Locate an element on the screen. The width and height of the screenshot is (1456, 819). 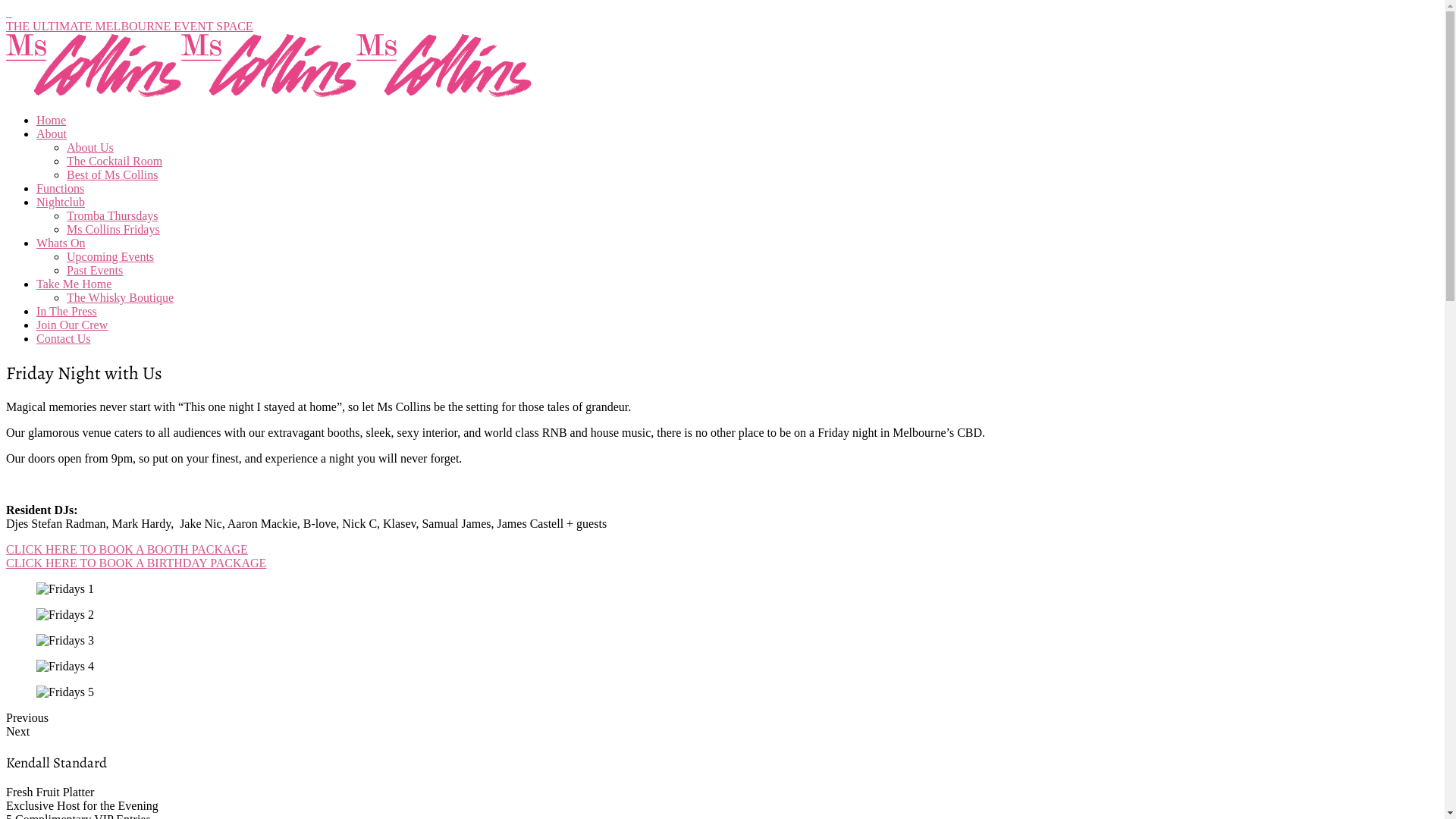
'In The Press' is located at coordinates (65, 310).